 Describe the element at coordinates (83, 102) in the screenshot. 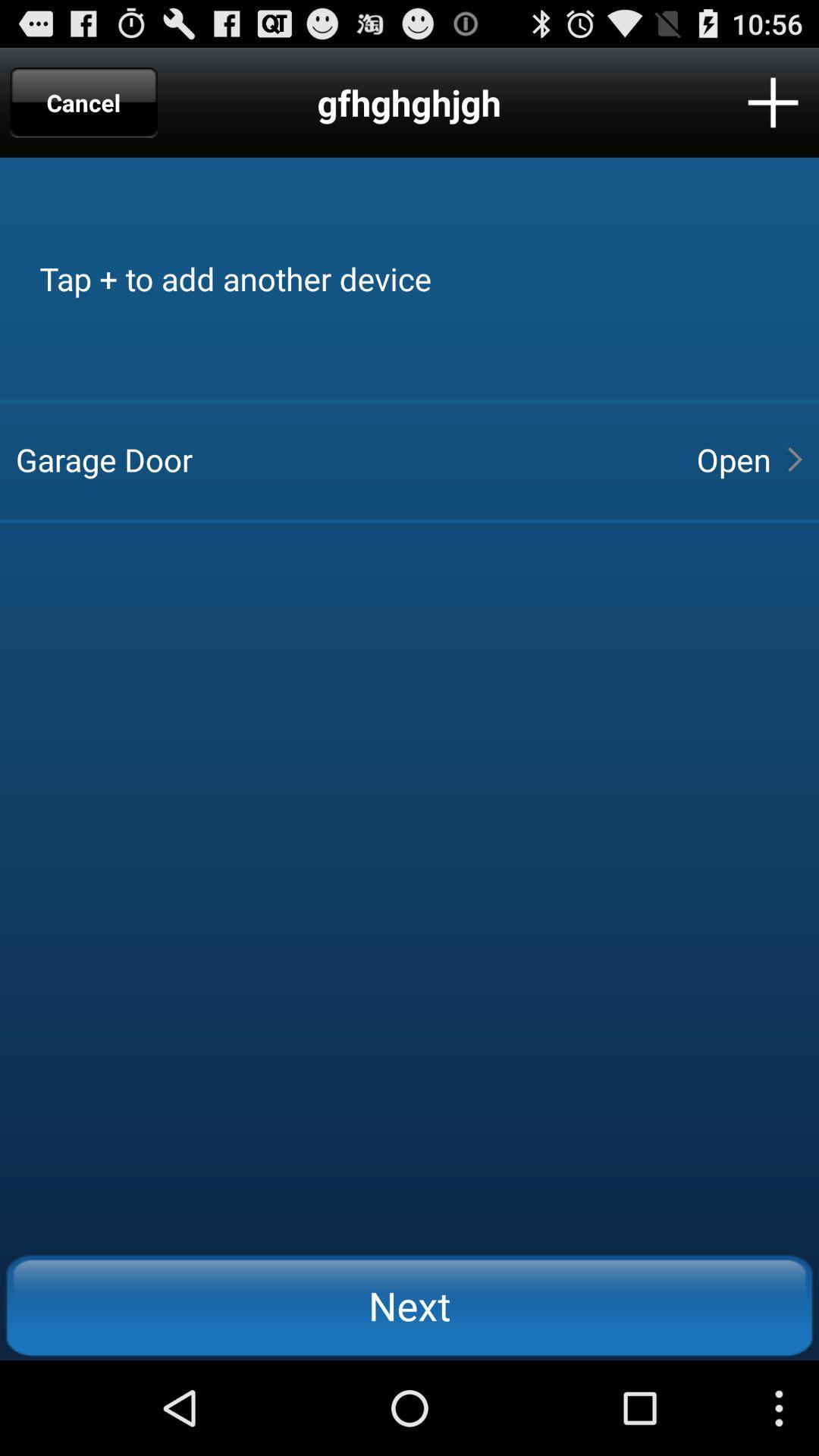

I see `the icon to the left of the gfhghghjgh icon` at that location.